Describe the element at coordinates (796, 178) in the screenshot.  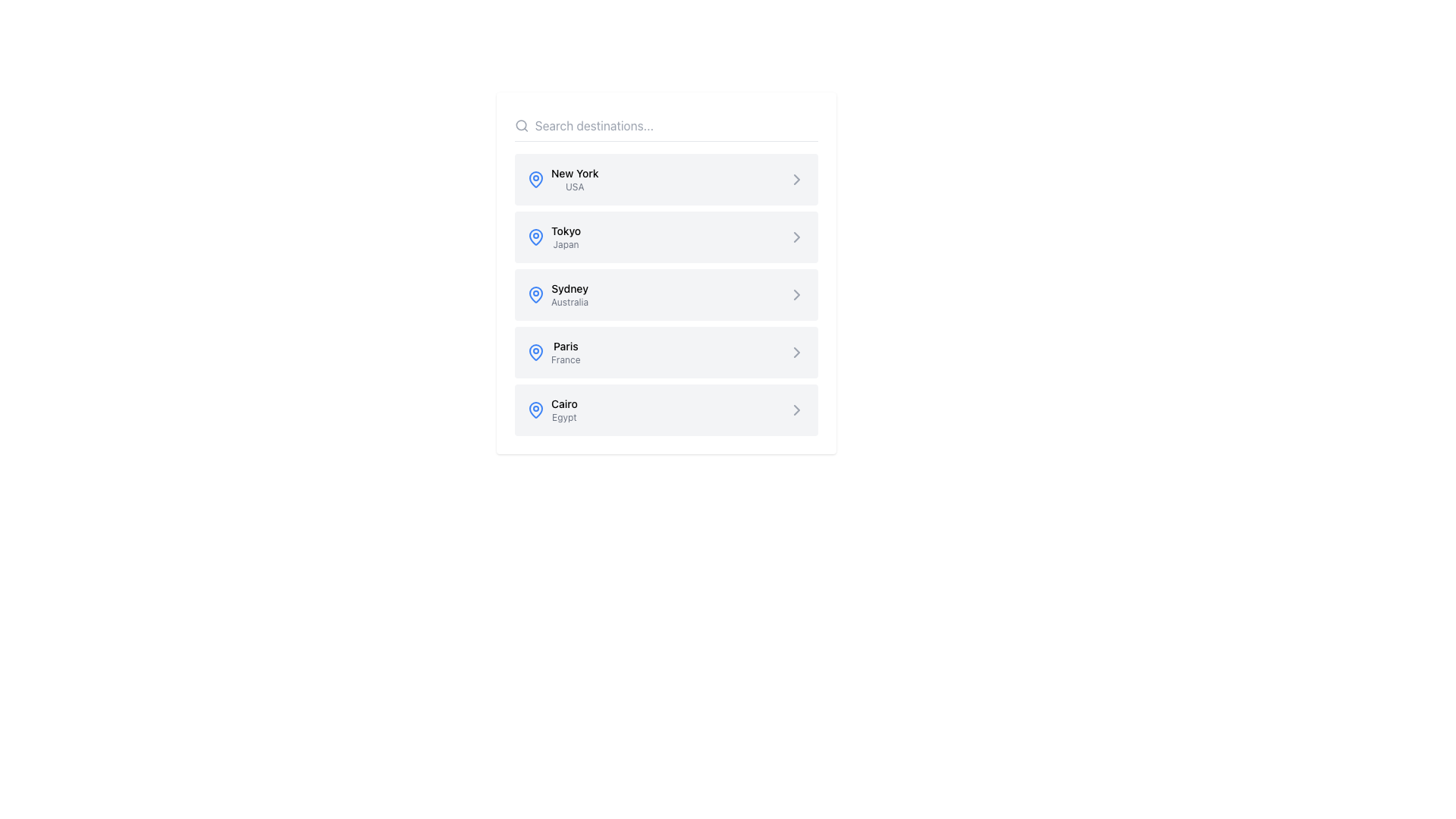
I see `the interactive icon located on the right side of the 'New York, USA' item in the list of destinations` at that location.